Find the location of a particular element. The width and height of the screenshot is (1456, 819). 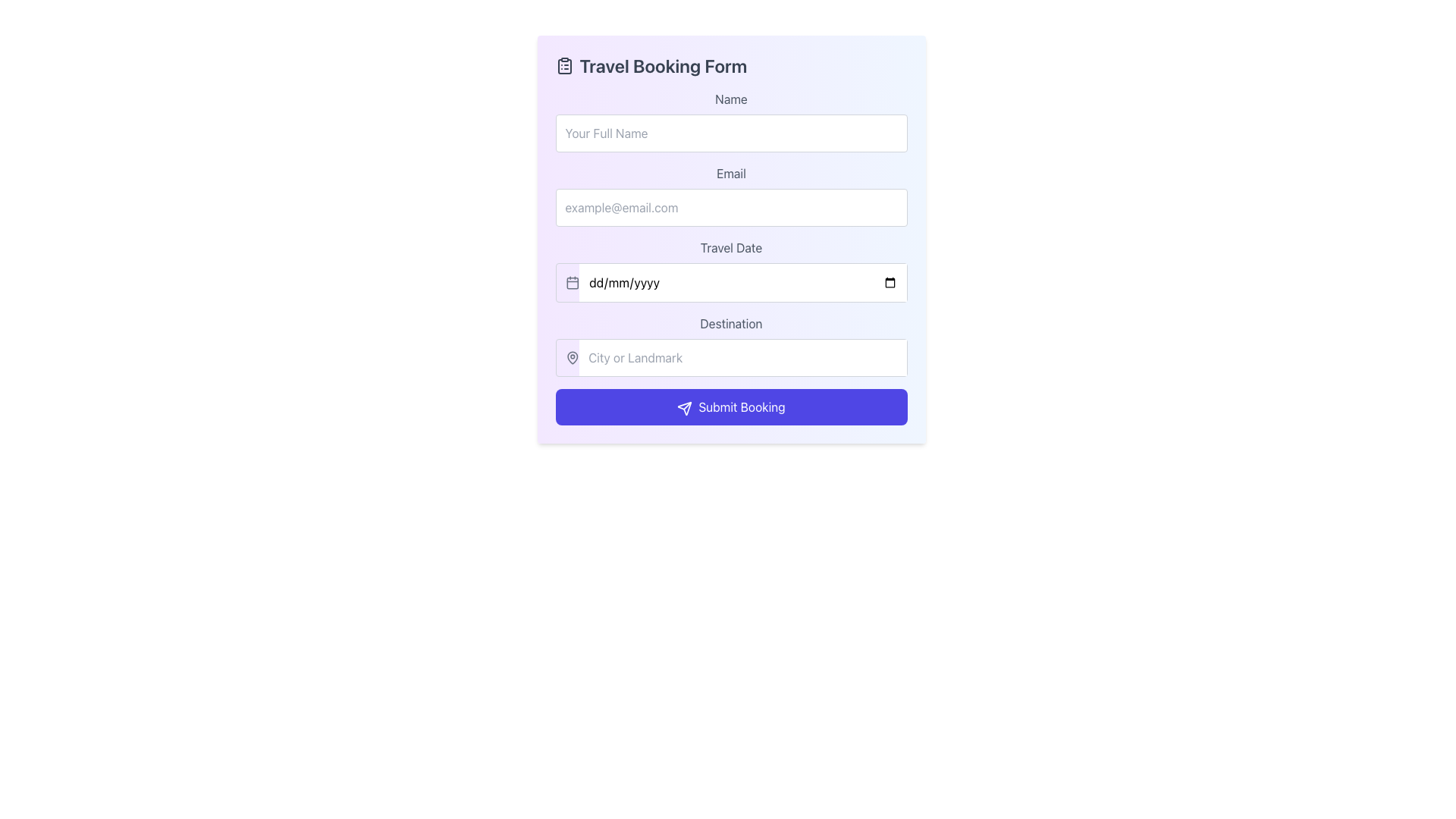

the text input field for entering the desired city or landmark in the 'Travel Booking Form' located under the 'Destination' label is located at coordinates (731, 357).